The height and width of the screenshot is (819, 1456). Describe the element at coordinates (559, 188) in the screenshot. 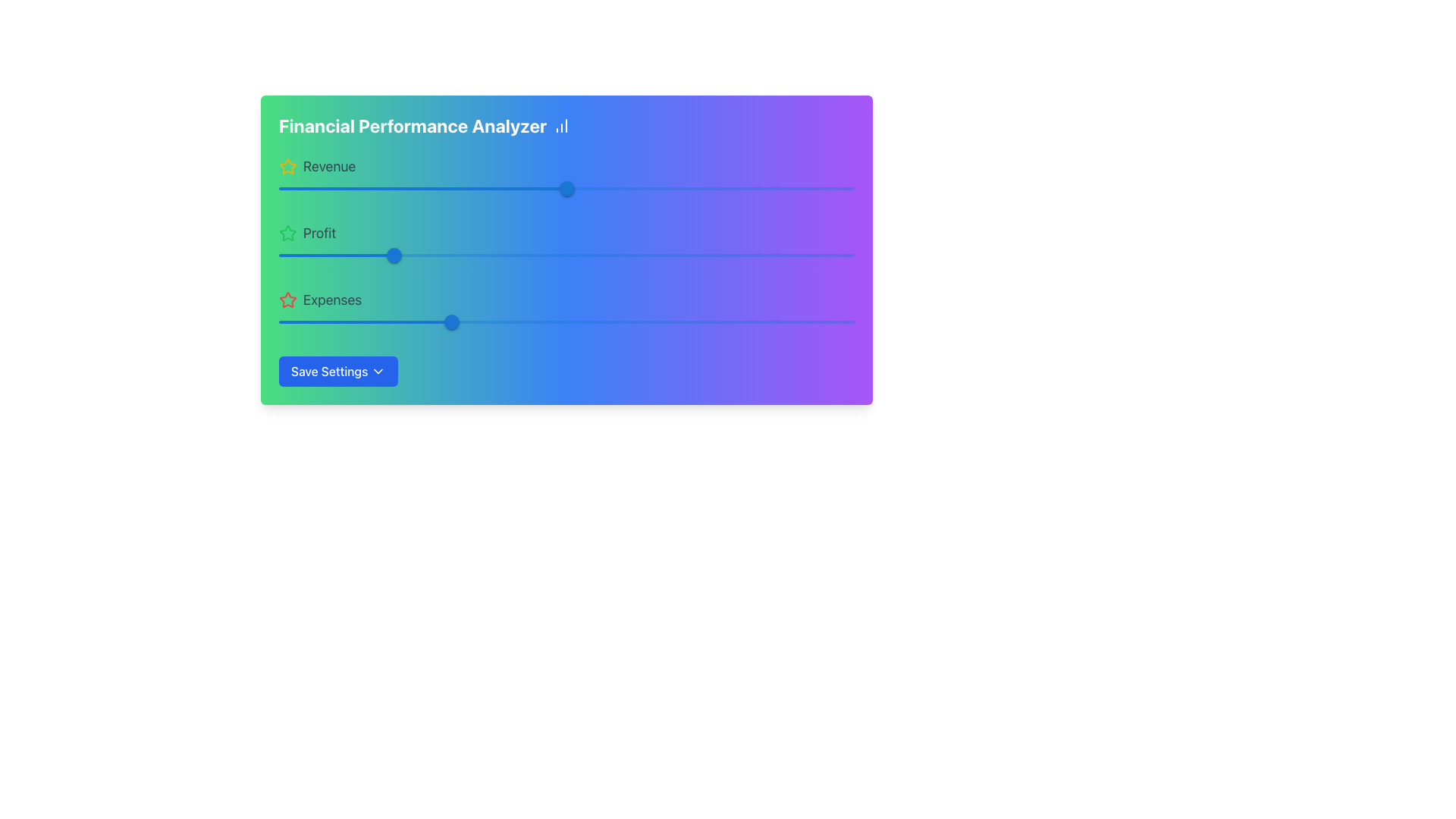

I see `the slider value` at that location.